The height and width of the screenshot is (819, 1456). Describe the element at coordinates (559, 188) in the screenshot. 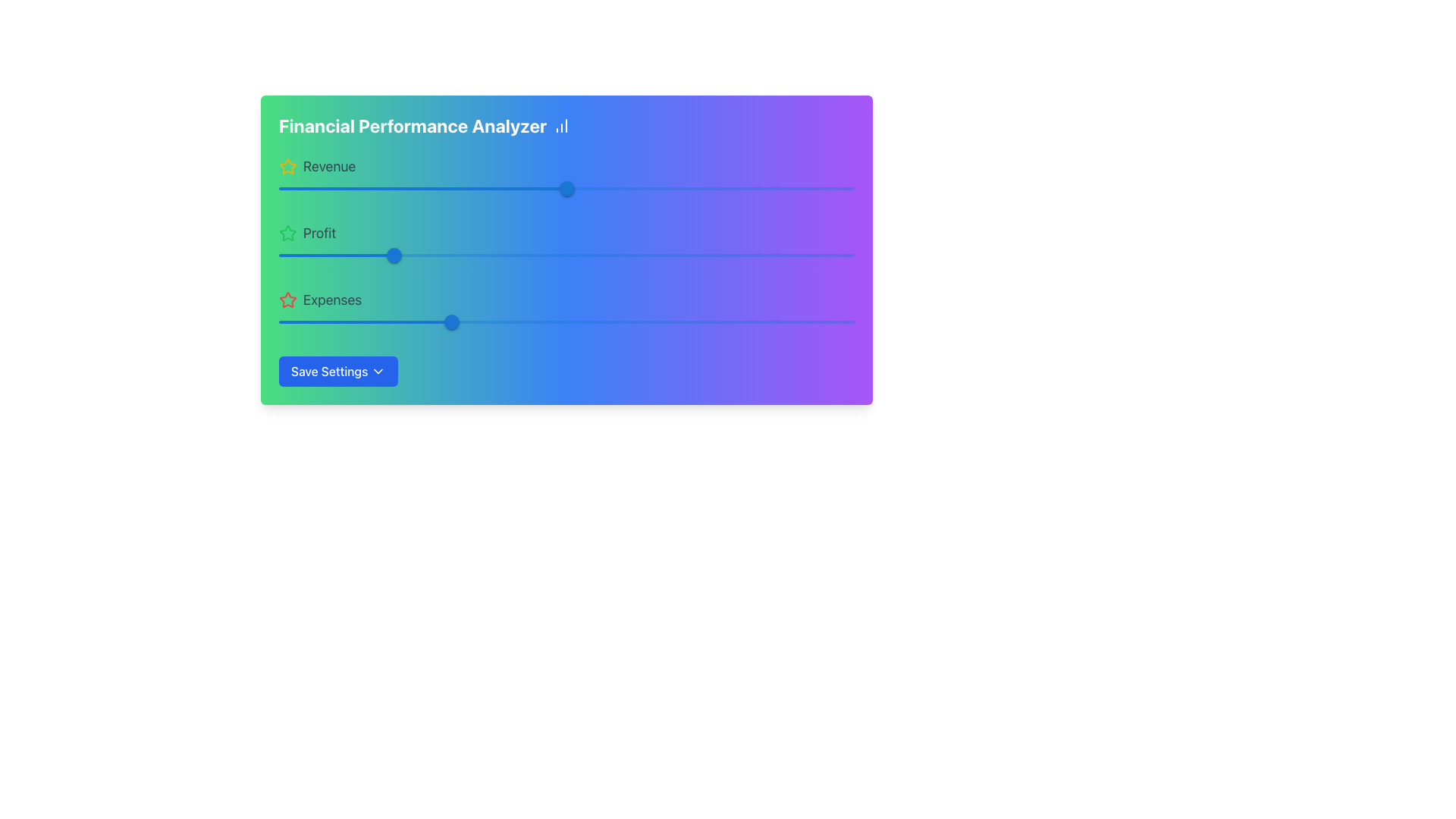

I see `the slider value` at that location.